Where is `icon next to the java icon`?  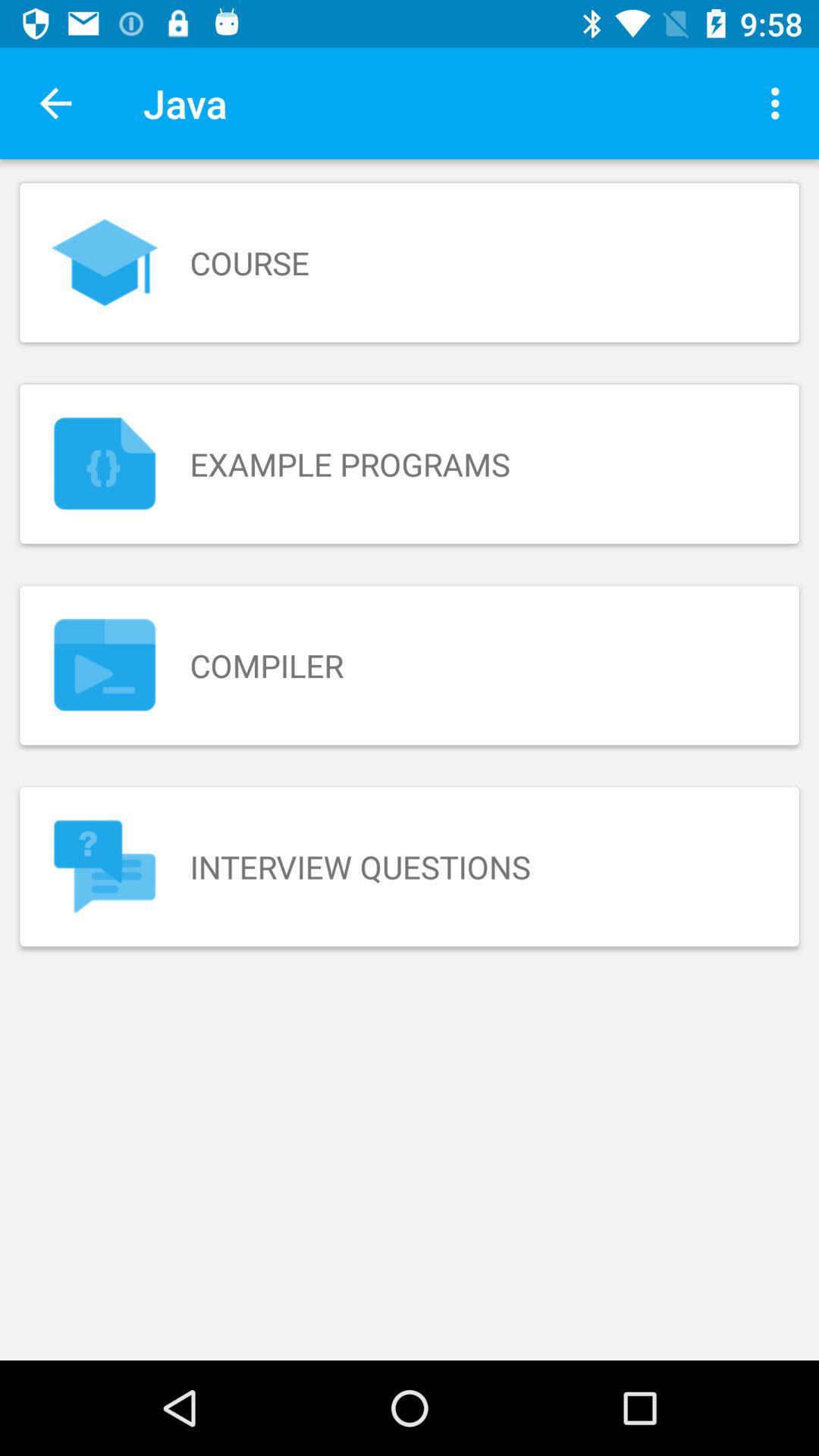 icon next to the java icon is located at coordinates (779, 102).